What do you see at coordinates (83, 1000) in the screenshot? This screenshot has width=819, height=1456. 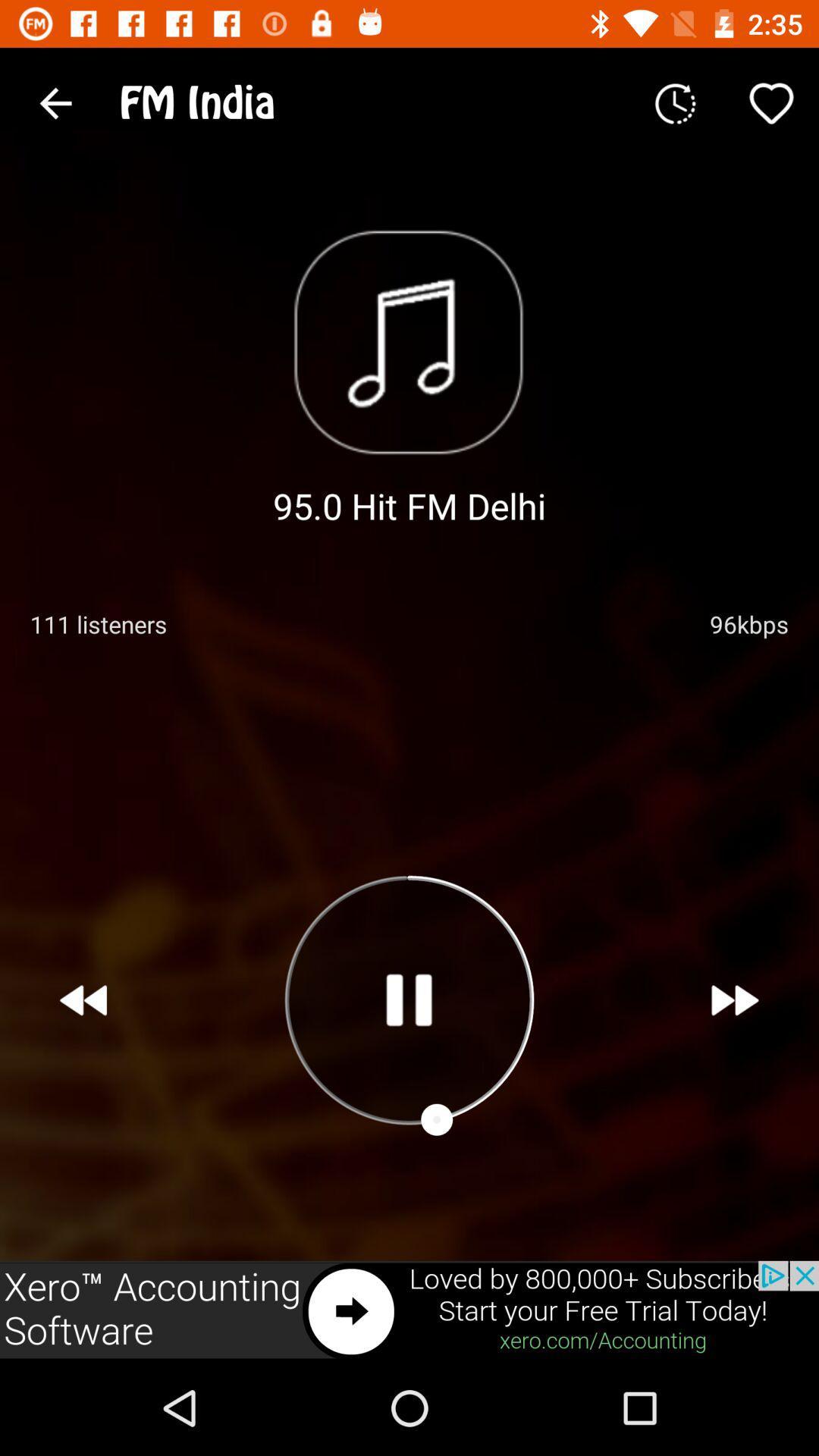 I see `previous song` at bounding box center [83, 1000].